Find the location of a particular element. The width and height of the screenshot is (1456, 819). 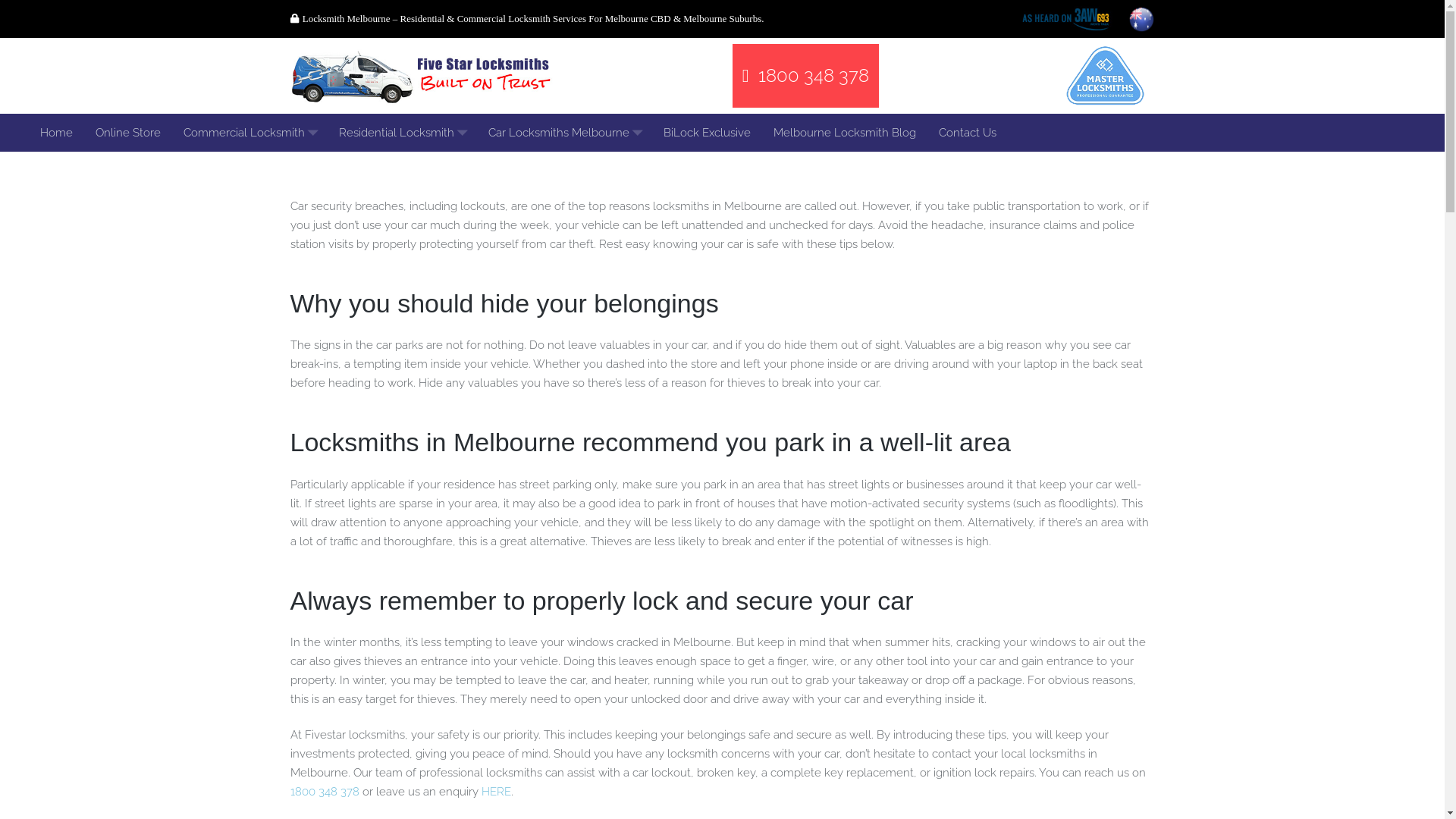

'Commercial Locksmith' is located at coordinates (249, 131).